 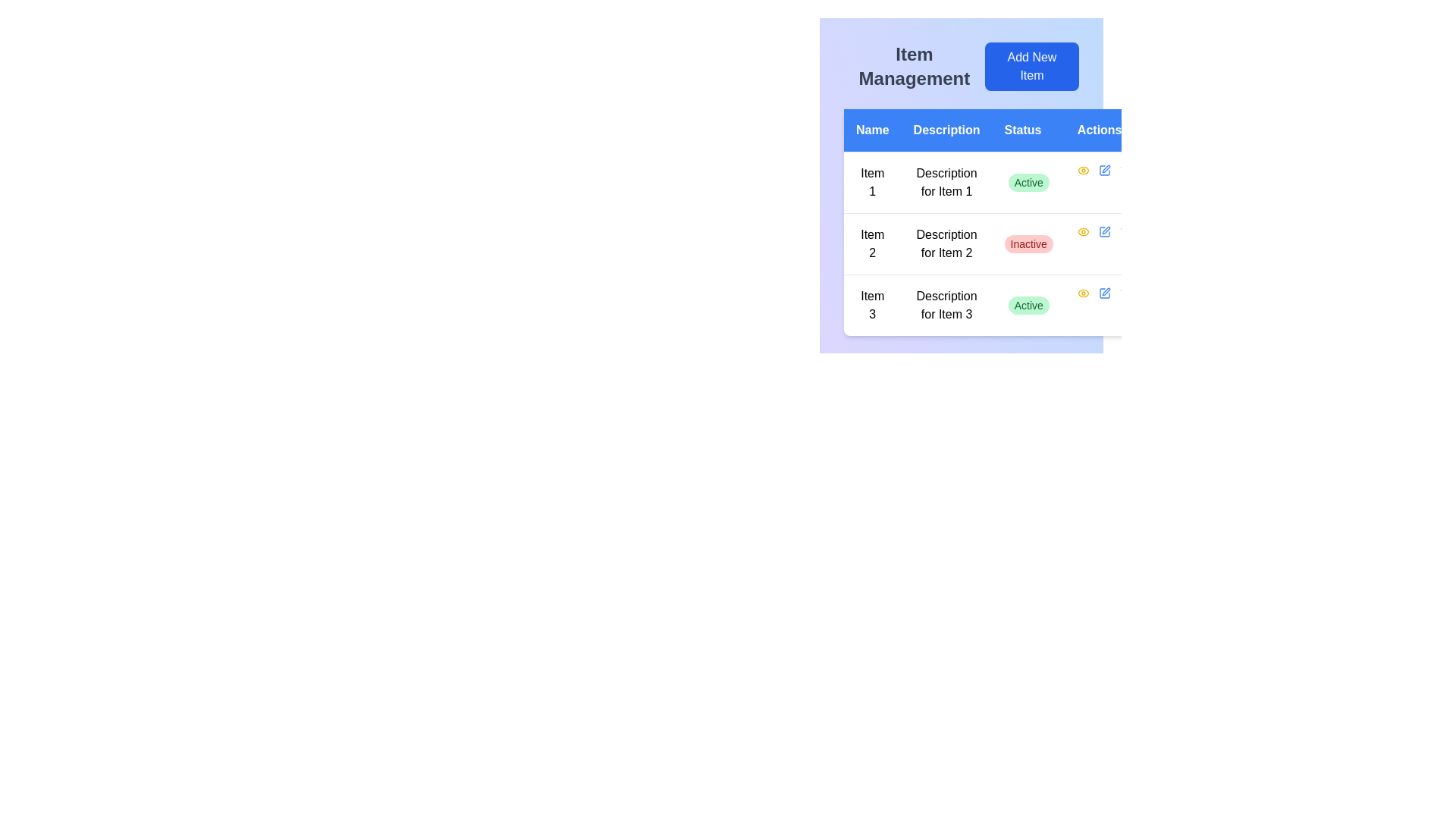 What do you see at coordinates (1028, 305) in the screenshot?
I see `the status label indicating that Item 3 is currently active, located in the 'Status' column of the table` at bounding box center [1028, 305].